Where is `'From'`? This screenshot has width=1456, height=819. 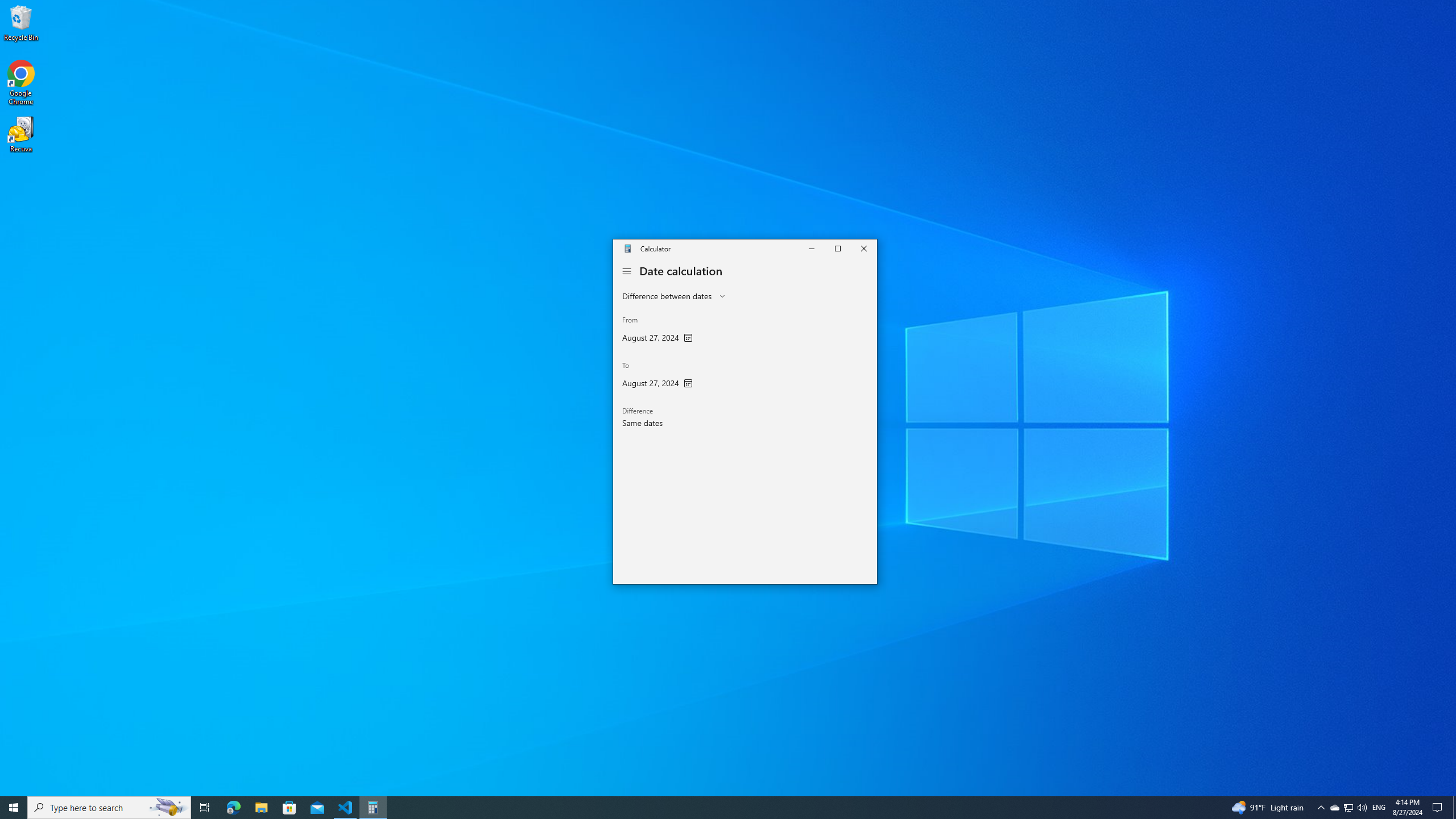
'From' is located at coordinates (656, 331).